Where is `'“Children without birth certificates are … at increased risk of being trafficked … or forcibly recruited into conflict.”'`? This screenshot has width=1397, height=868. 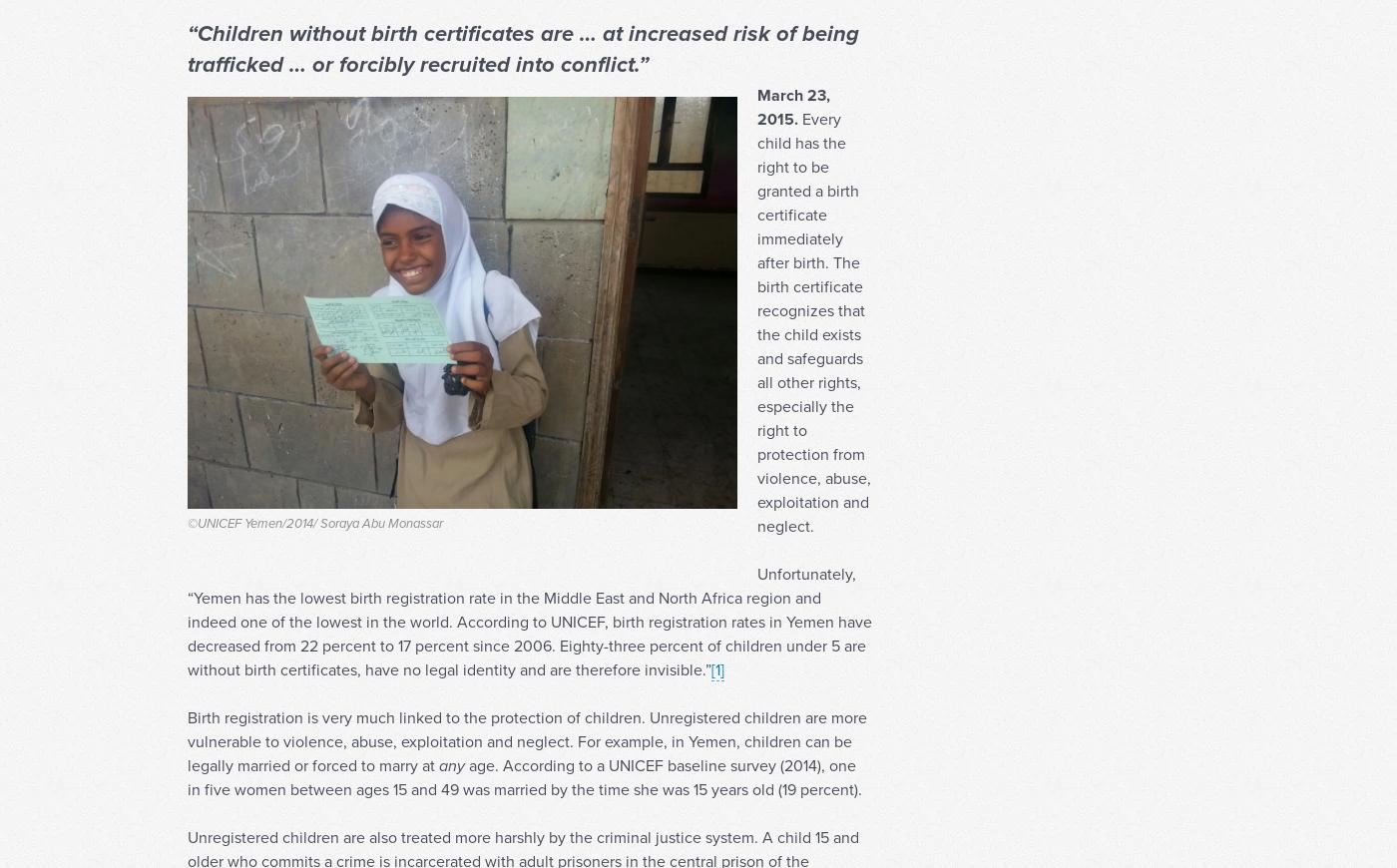 '“Children without birth certificates are … at increased risk of being trafficked … or forcibly recruited into conflict.”' is located at coordinates (523, 86).